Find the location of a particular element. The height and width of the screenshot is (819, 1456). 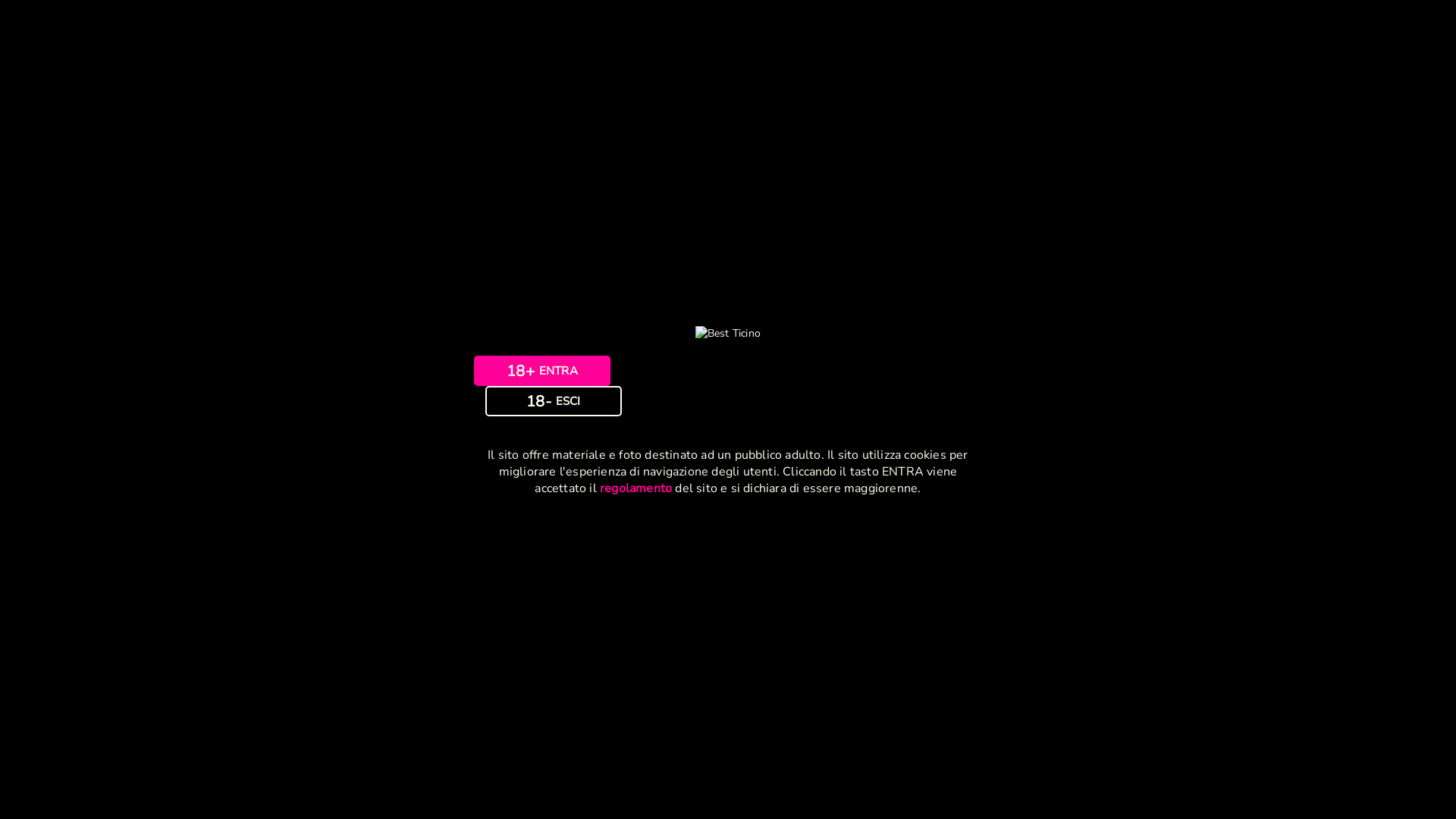

'regolamento' is located at coordinates (635, 488).